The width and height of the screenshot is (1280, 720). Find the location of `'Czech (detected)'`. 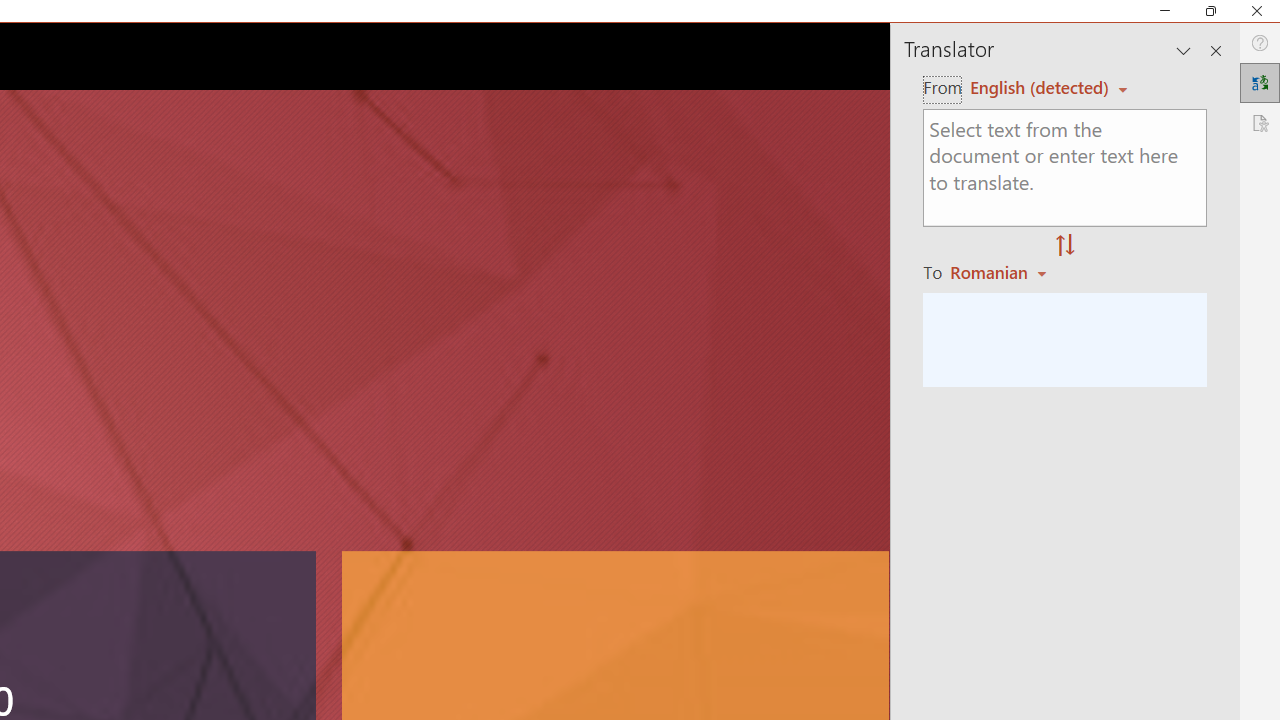

'Czech (detected)' is located at coordinates (1040, 86).